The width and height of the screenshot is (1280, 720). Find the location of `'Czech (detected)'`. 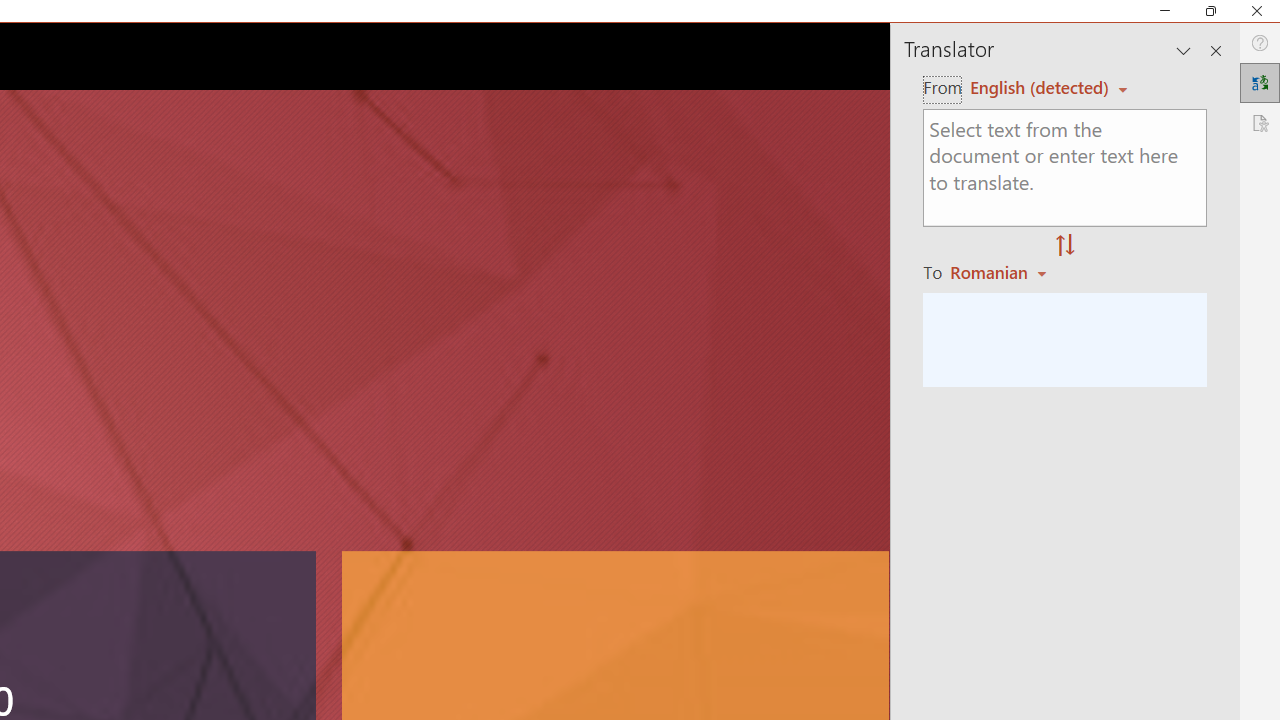

'Czech (detected)' is located at coordinates (1040, 86).